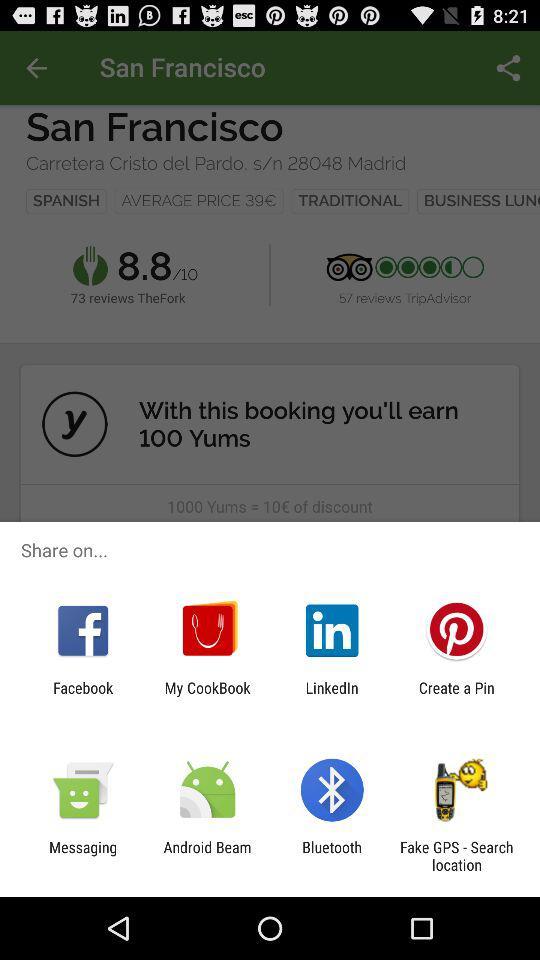  Describe the element at coordinates (206, 696) in the screenshot. I see `the item next to the linkedin icon` at that location.